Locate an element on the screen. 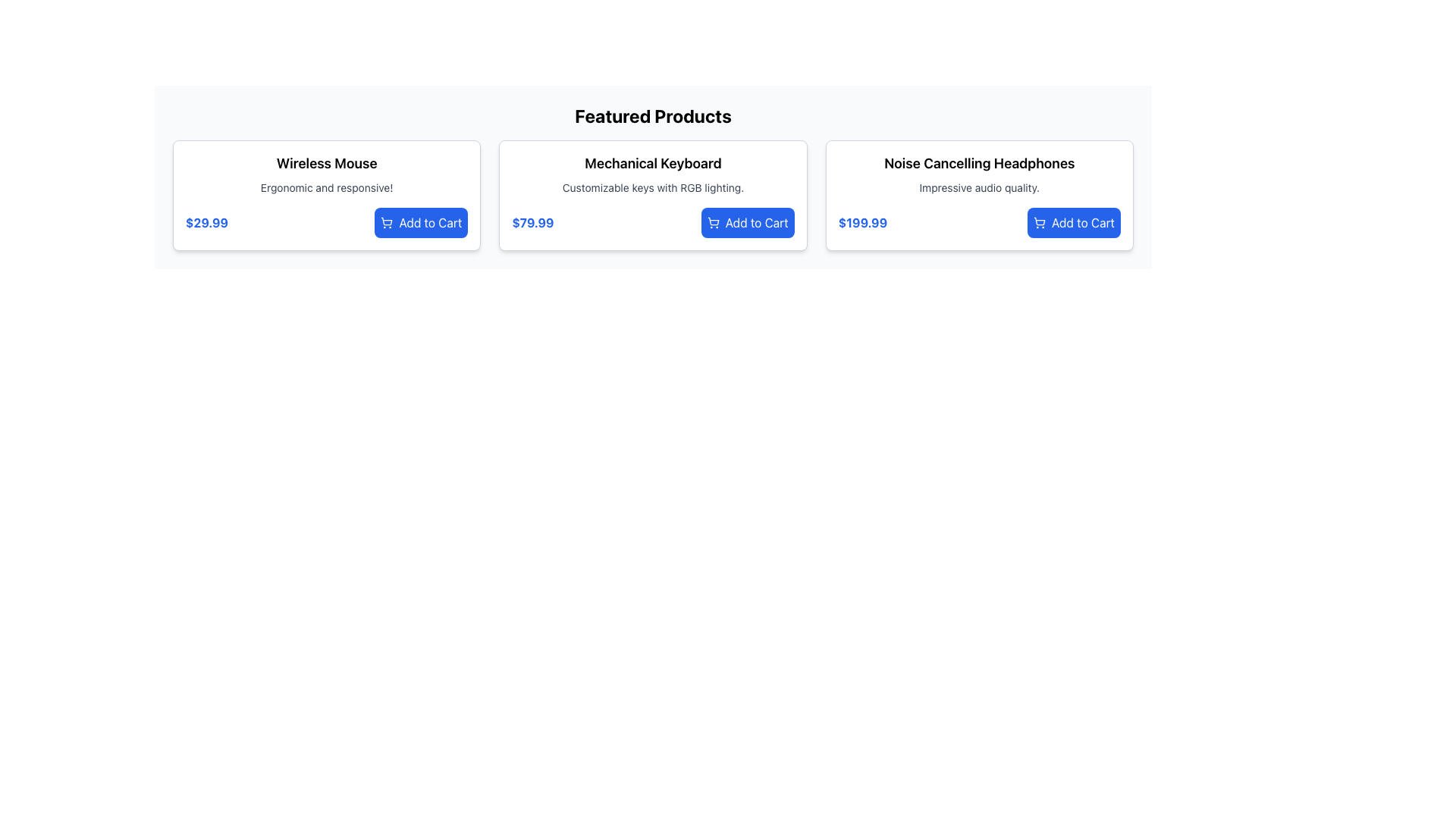  the 'Add to Cart' button with a blue background and shopping cart icon located at the lower-right side of the product card is located at coordinates (1073, 222).